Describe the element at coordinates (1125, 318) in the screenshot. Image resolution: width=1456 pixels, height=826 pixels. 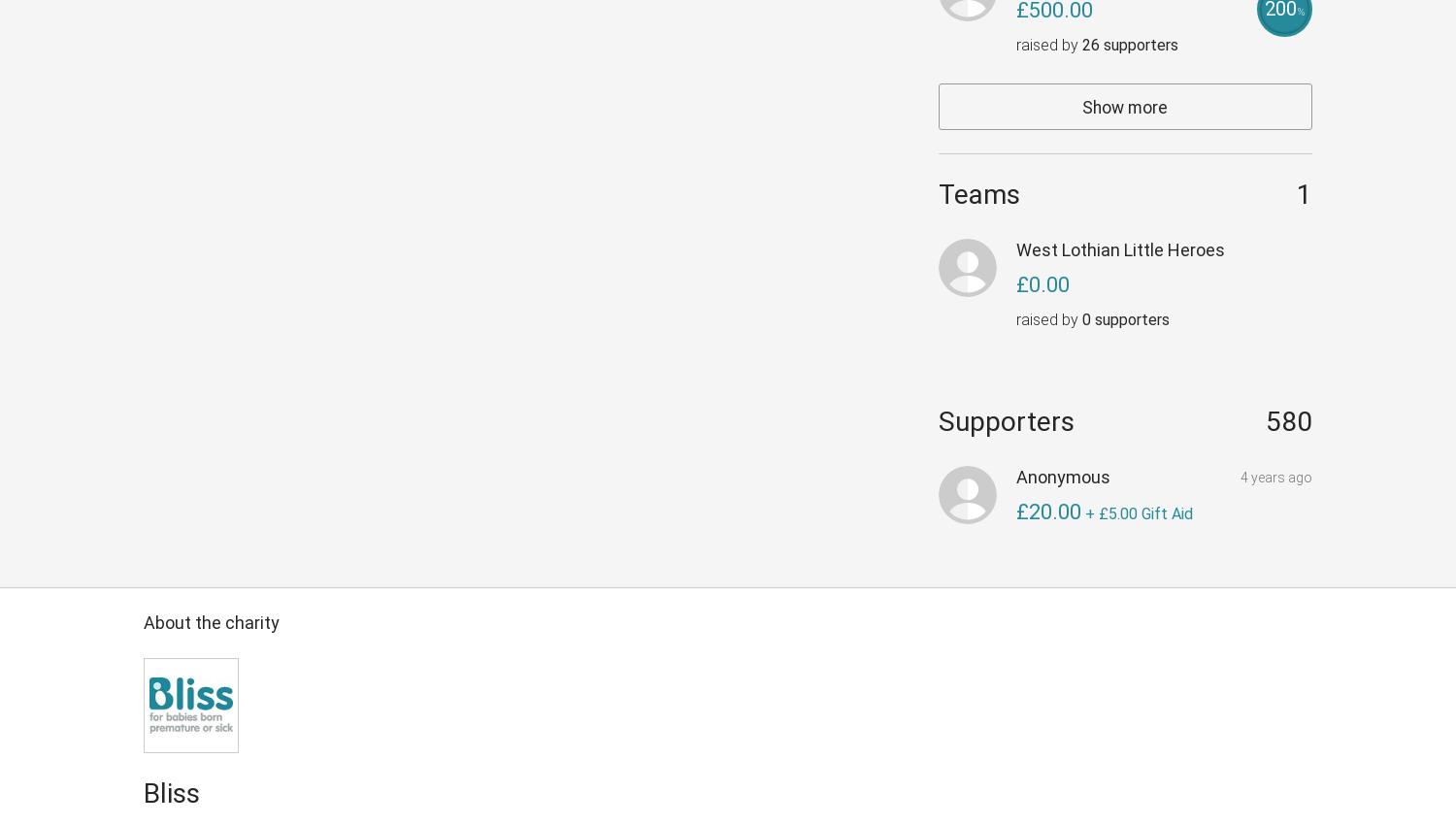
I see `'0 supporters'` at that location.